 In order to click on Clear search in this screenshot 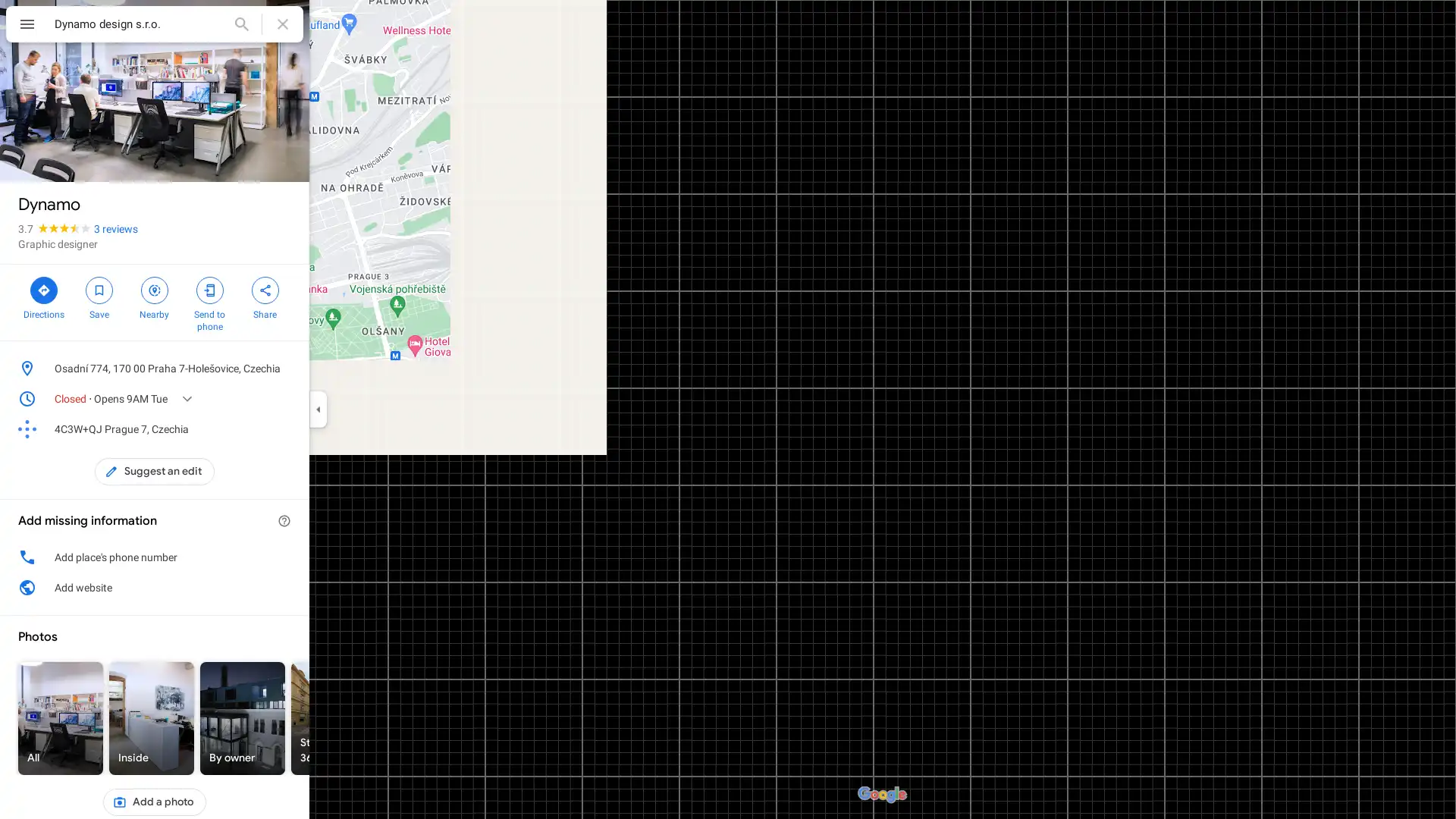, I will do `click(283, 24)`.